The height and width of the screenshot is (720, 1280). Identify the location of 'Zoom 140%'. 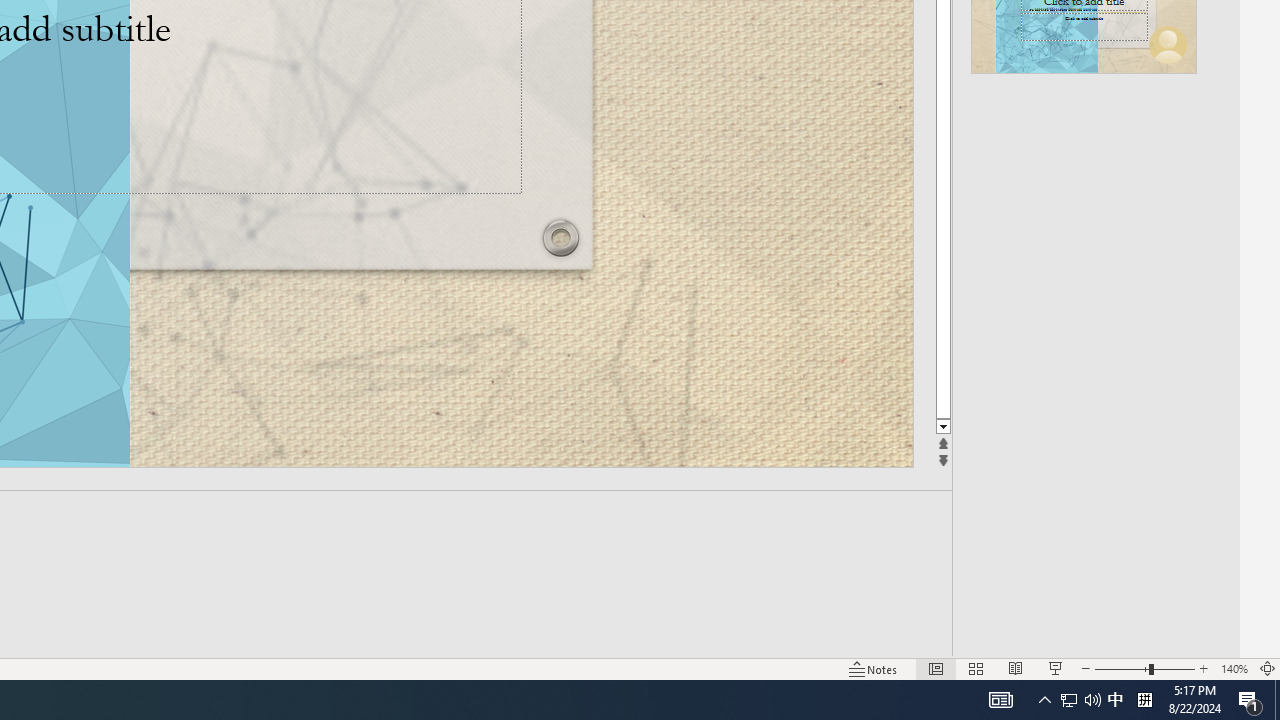
(1233, 669).